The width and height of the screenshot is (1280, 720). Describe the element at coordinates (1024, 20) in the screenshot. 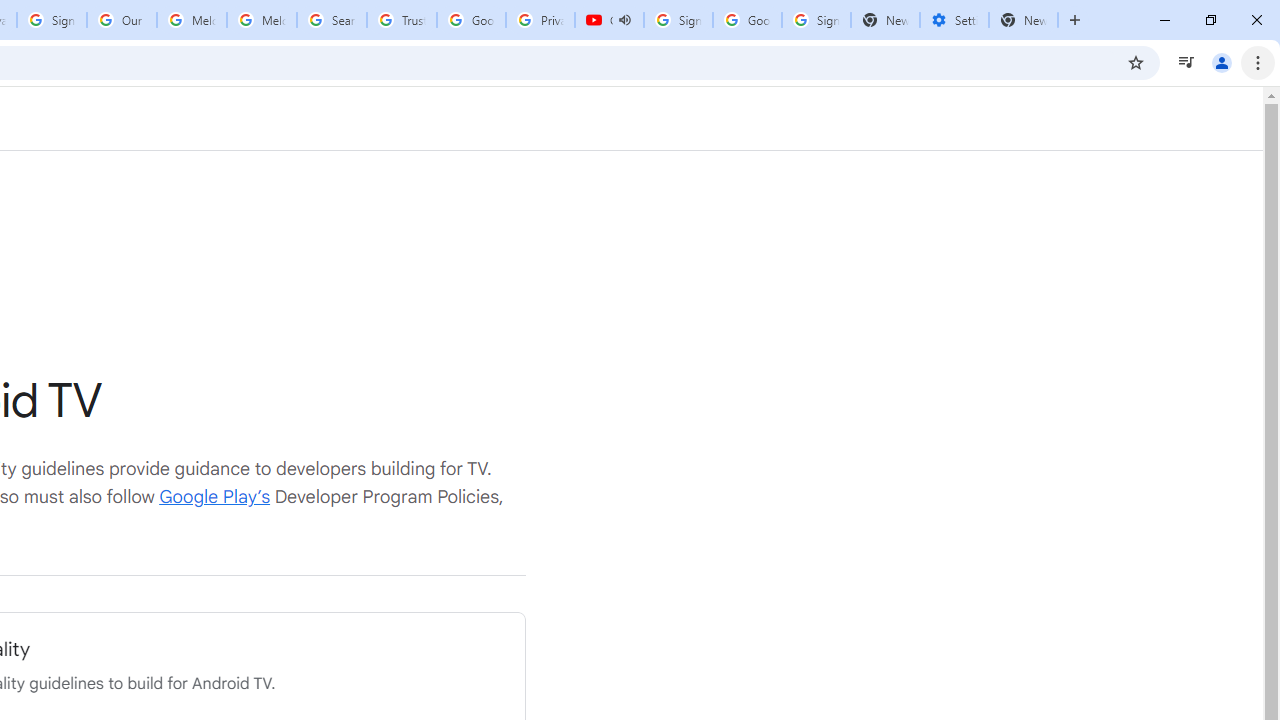

I see `'New Tab'` at that location.